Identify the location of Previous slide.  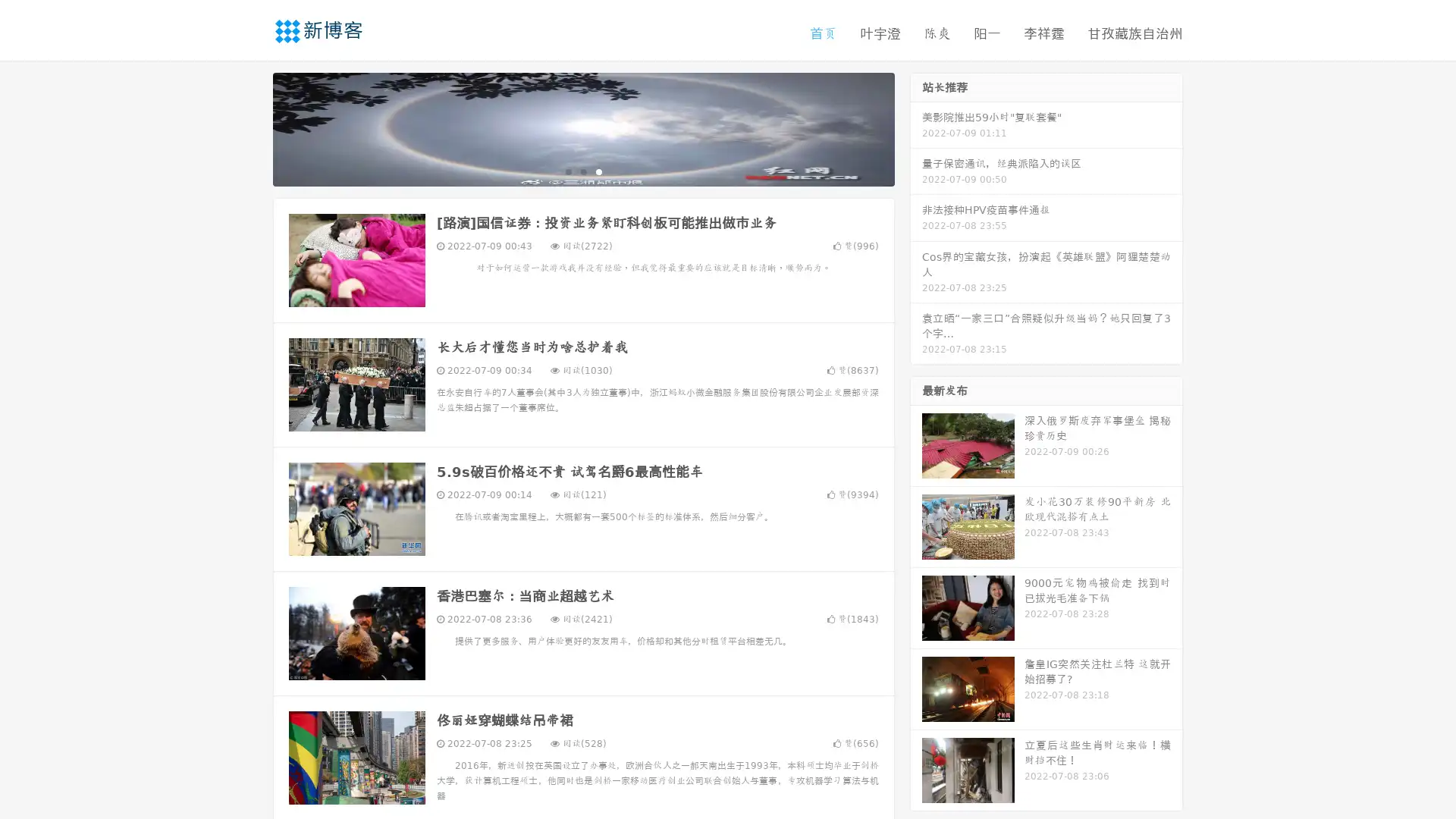
(250, 127).